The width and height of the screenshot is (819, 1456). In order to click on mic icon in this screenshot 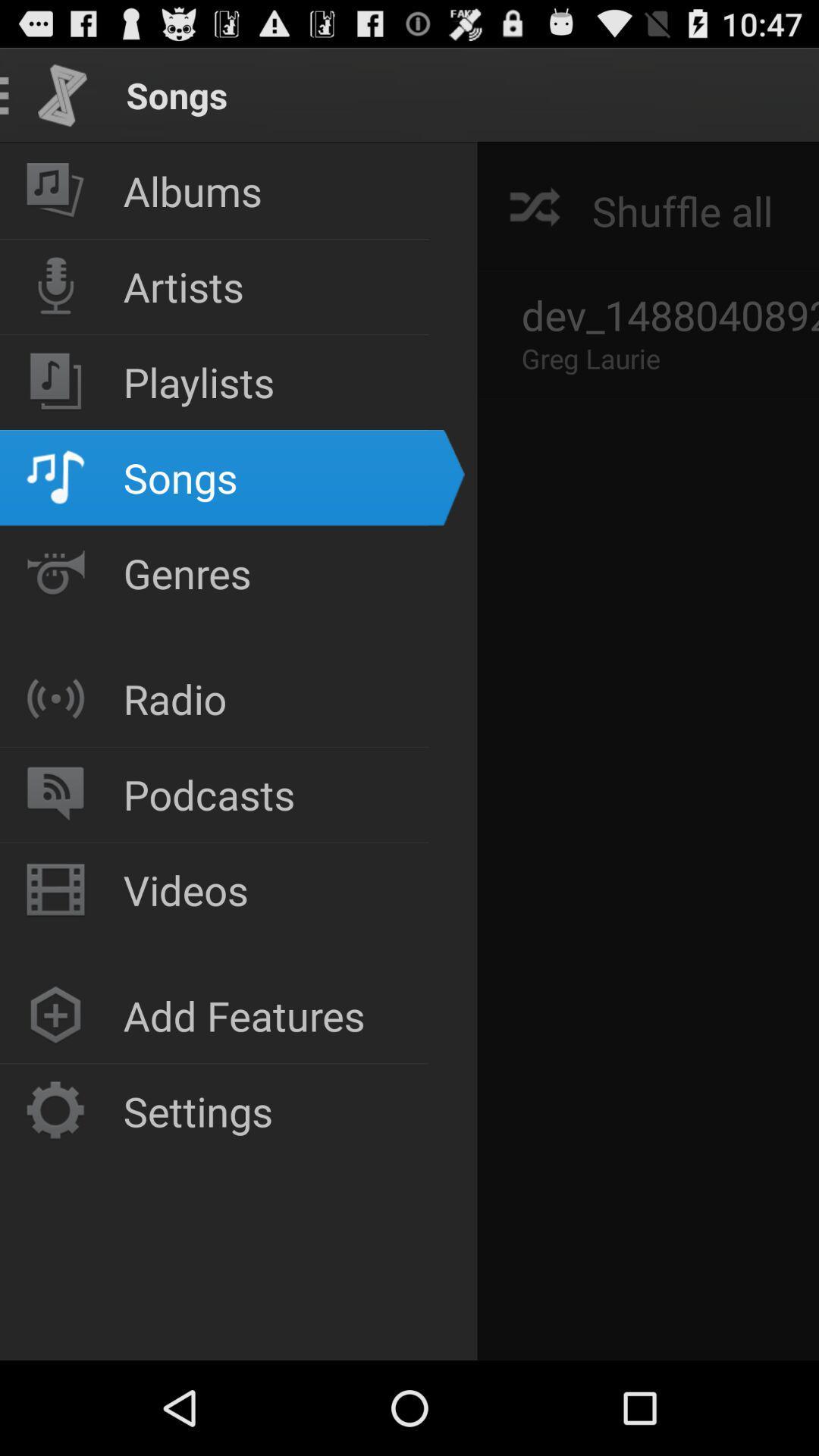, I will do `click(55, 287)`.